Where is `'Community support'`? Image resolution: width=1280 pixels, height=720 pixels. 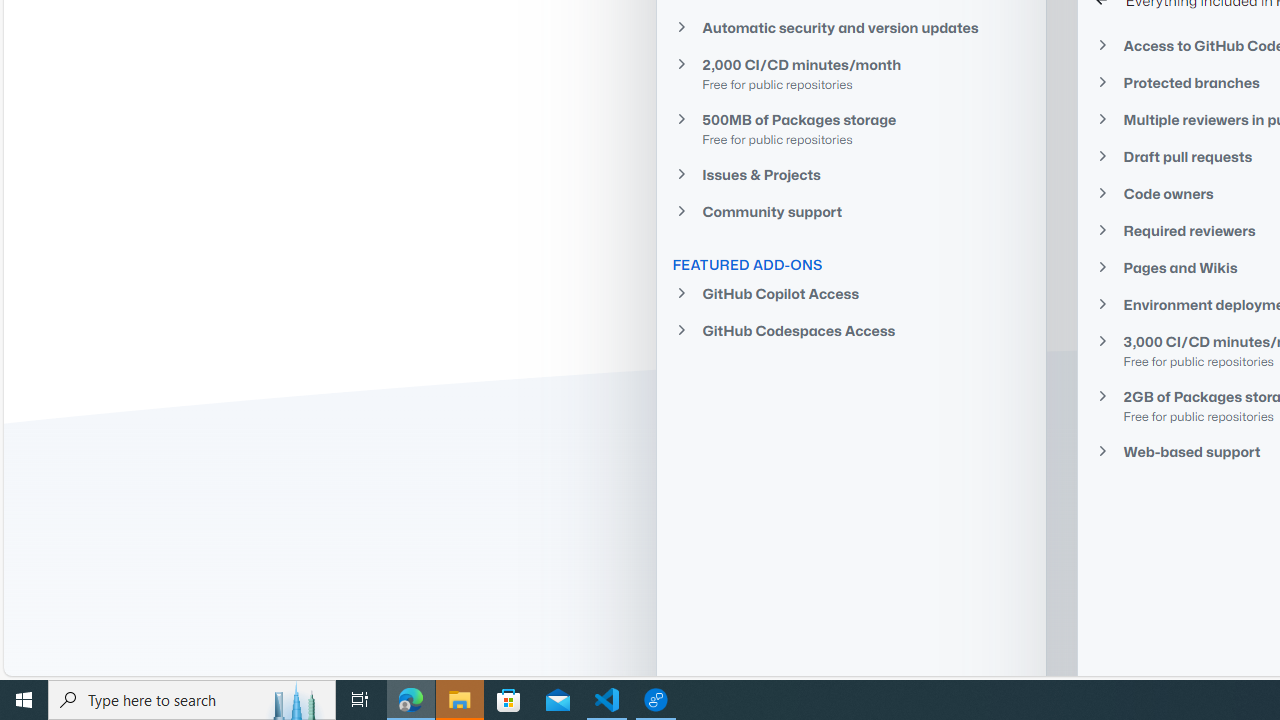
'Community support' is located at coordinates (851, 211).